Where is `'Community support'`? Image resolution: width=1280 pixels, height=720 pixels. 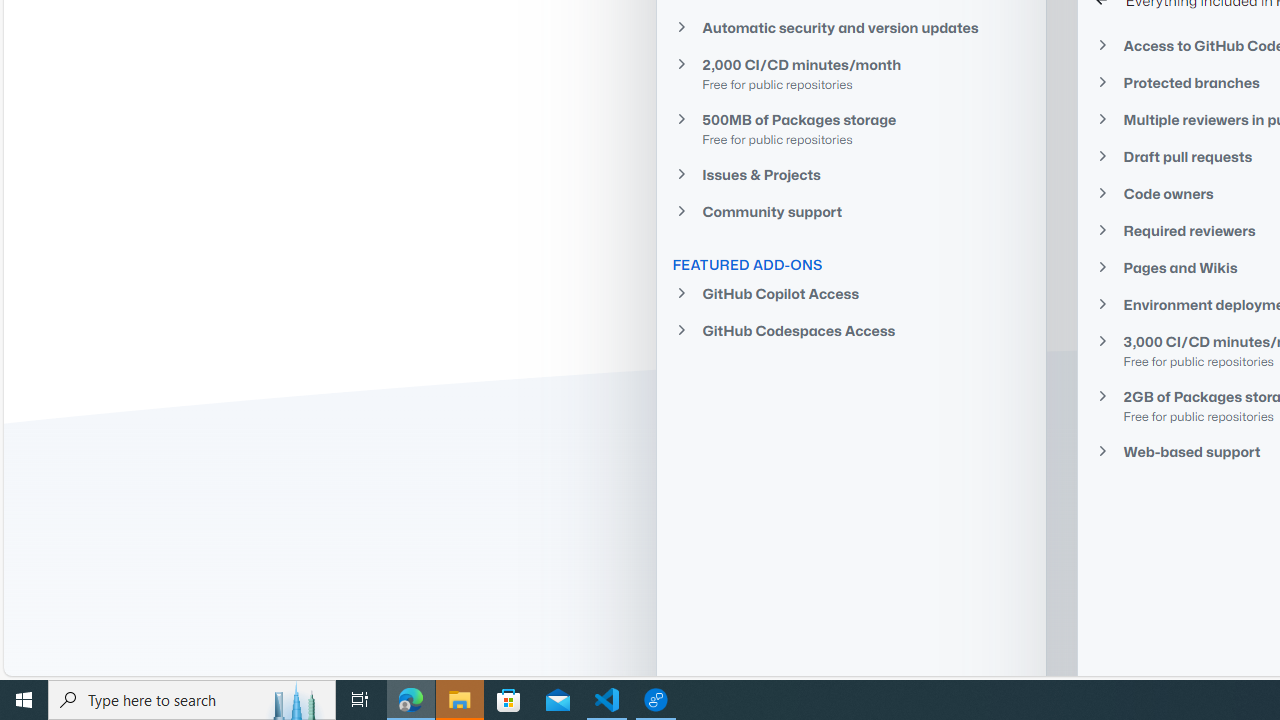
'Community support' is located at coordinates (851, 211).